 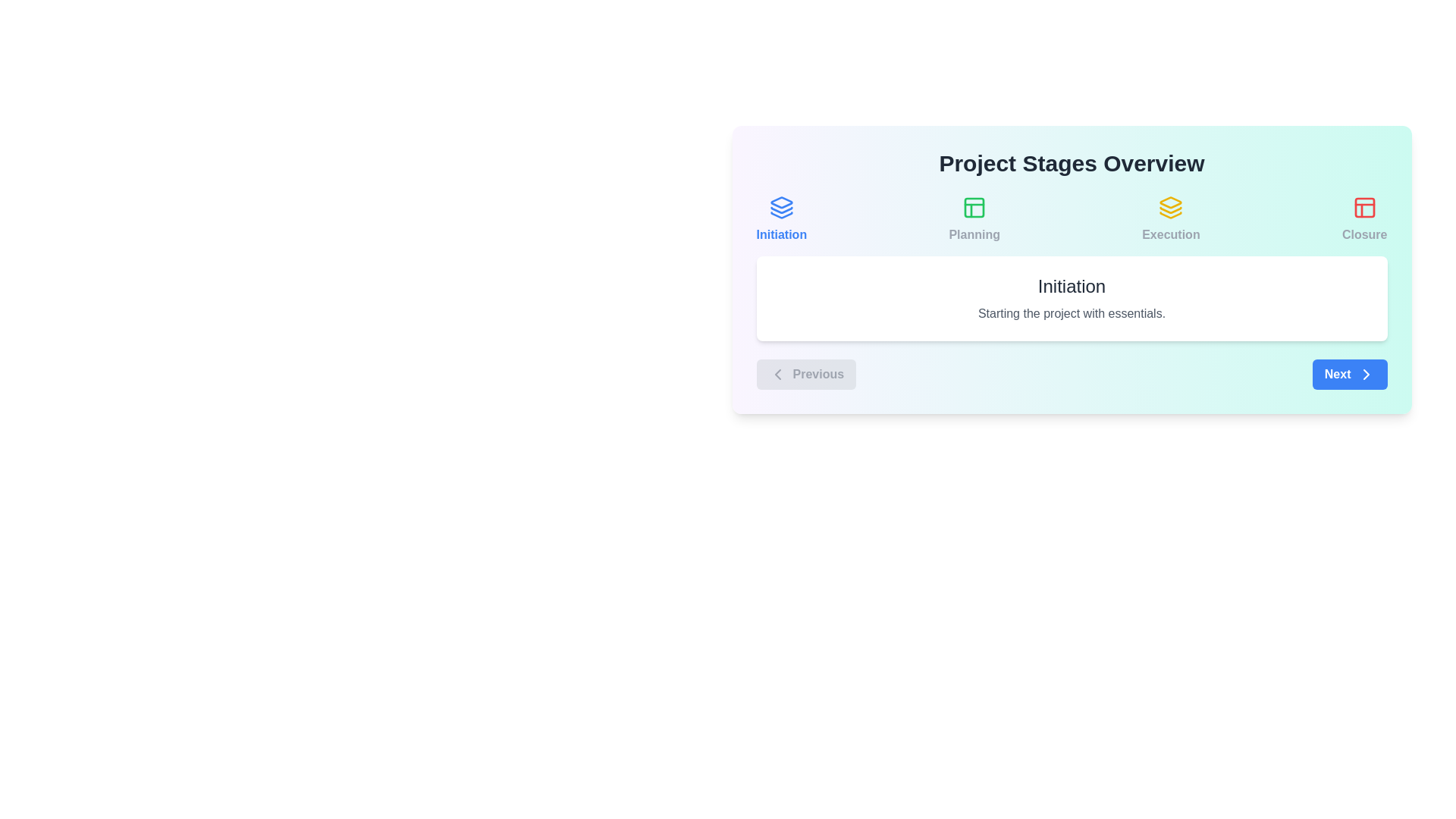 What do you see at coordinates (1366, 374) in the screenshot?
I see `the rightward-pointing chevron icon, which is an SVG-based element located adjacent to the 'Next' button in the lower-right corner of the main interface for navigation purposes` at bounding box center [1366, 374].